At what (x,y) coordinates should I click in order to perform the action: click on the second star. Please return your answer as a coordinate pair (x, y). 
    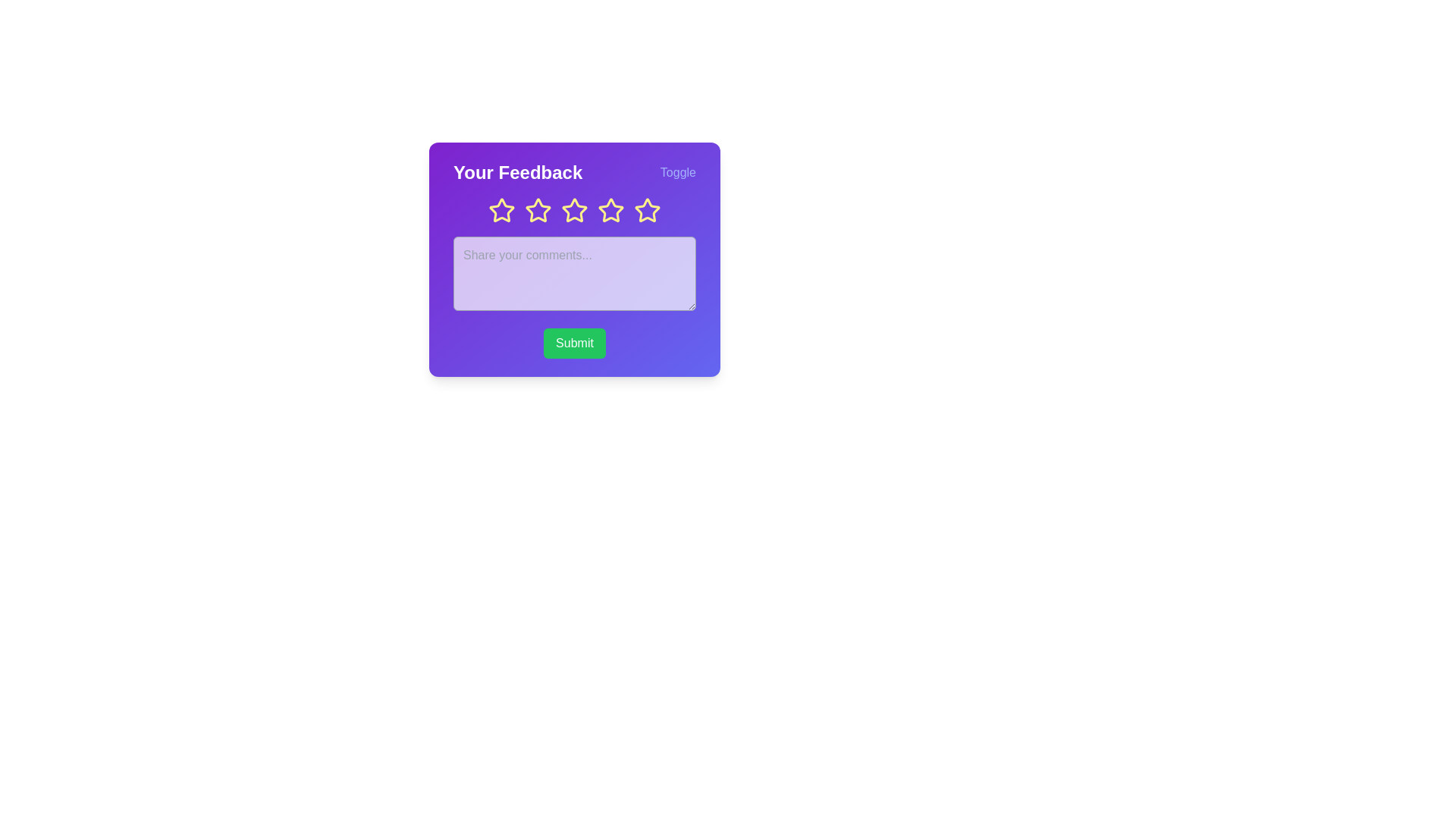
    Looking at the image, I should click on (538, 210).